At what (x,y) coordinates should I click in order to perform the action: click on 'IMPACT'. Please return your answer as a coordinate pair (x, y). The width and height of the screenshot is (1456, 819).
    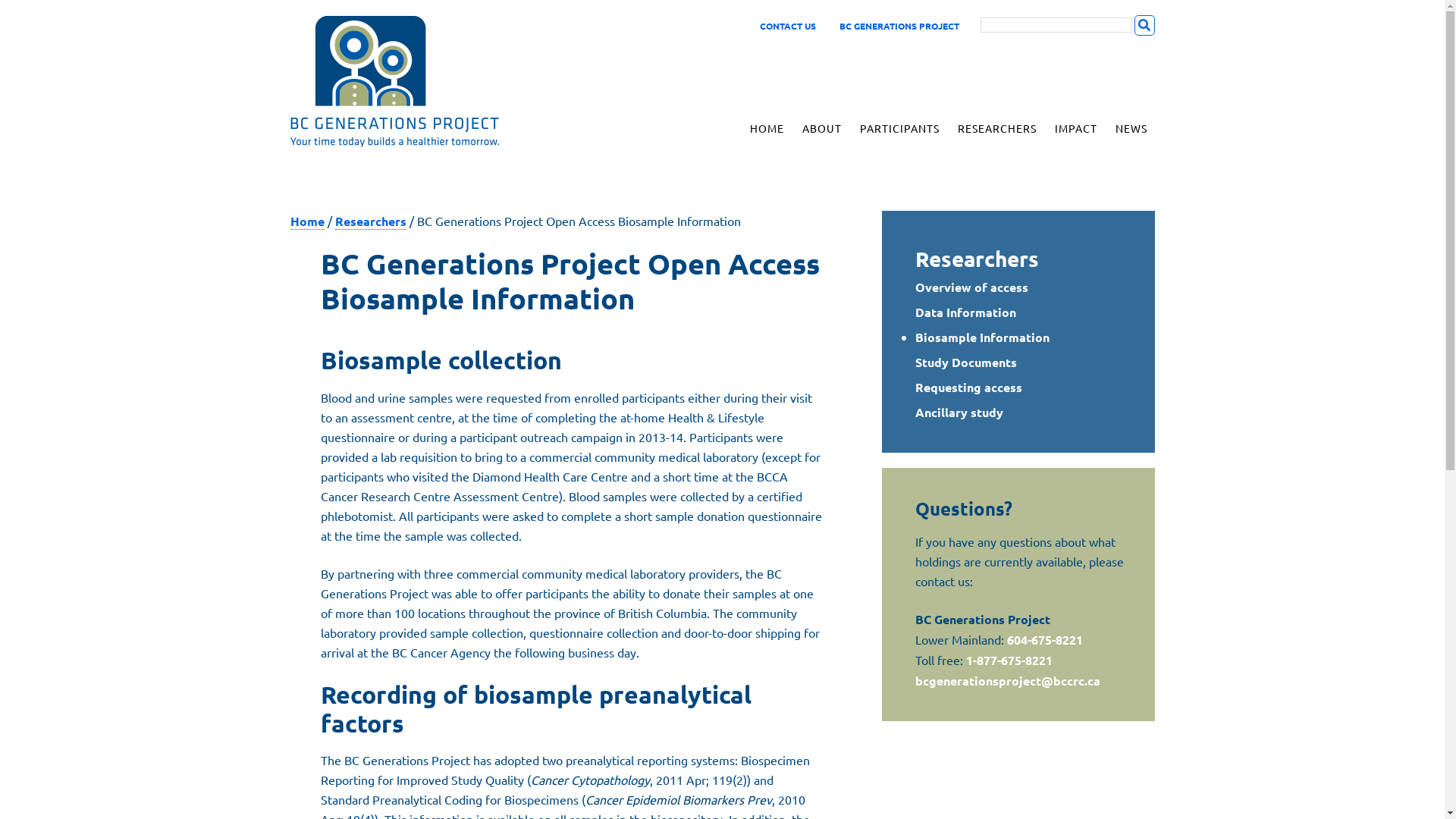
    Looking at the image, I should click on (1074, 127).